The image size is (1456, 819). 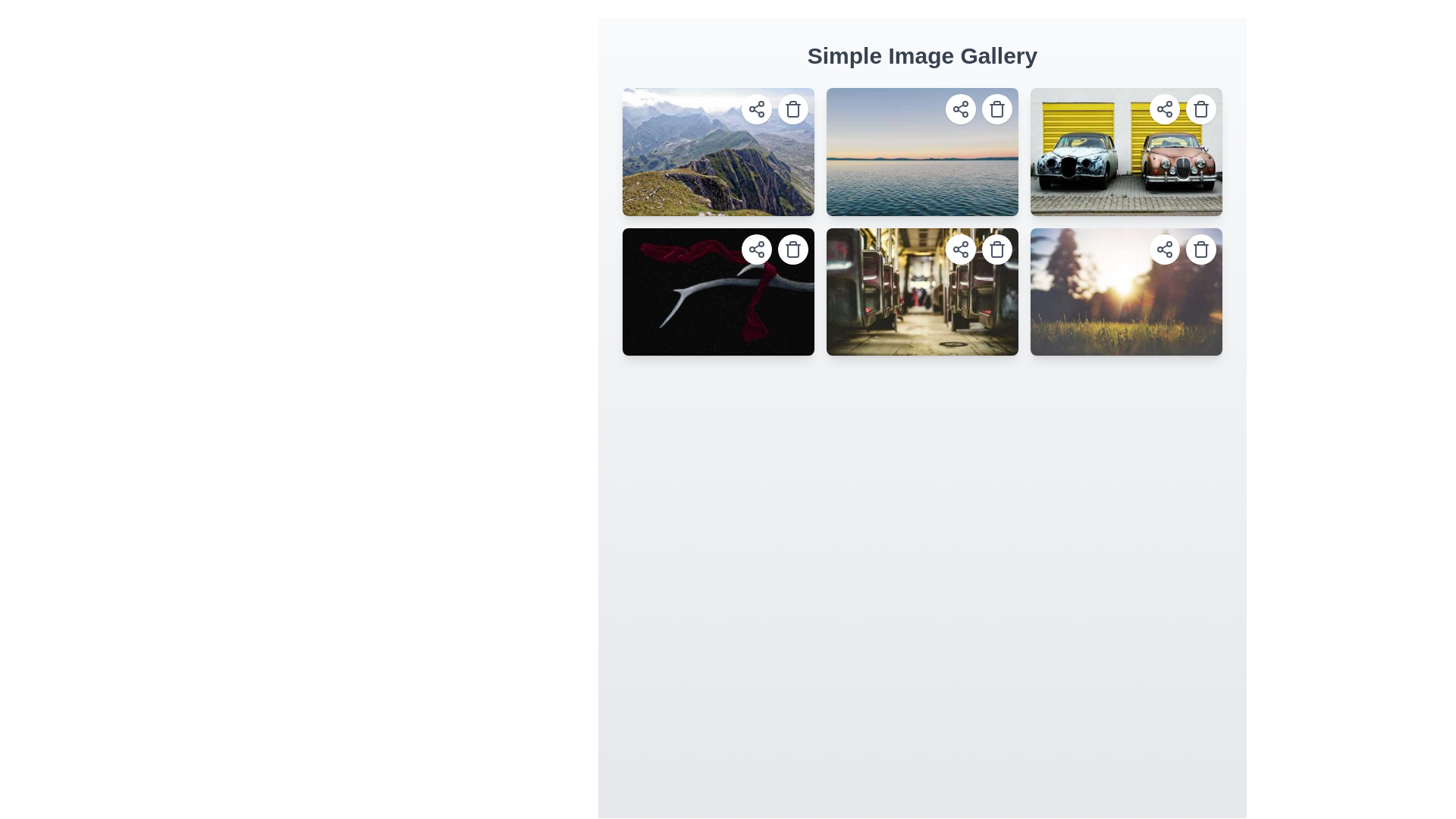 What do you see at coordinates (1164, 247) in the screenshot?
I see `the circular button with a white background and a gray border that contains a share icon, located in the top-right corner of the fourth image in the second row of the gallery grid` at bounding box center [1164, 247].